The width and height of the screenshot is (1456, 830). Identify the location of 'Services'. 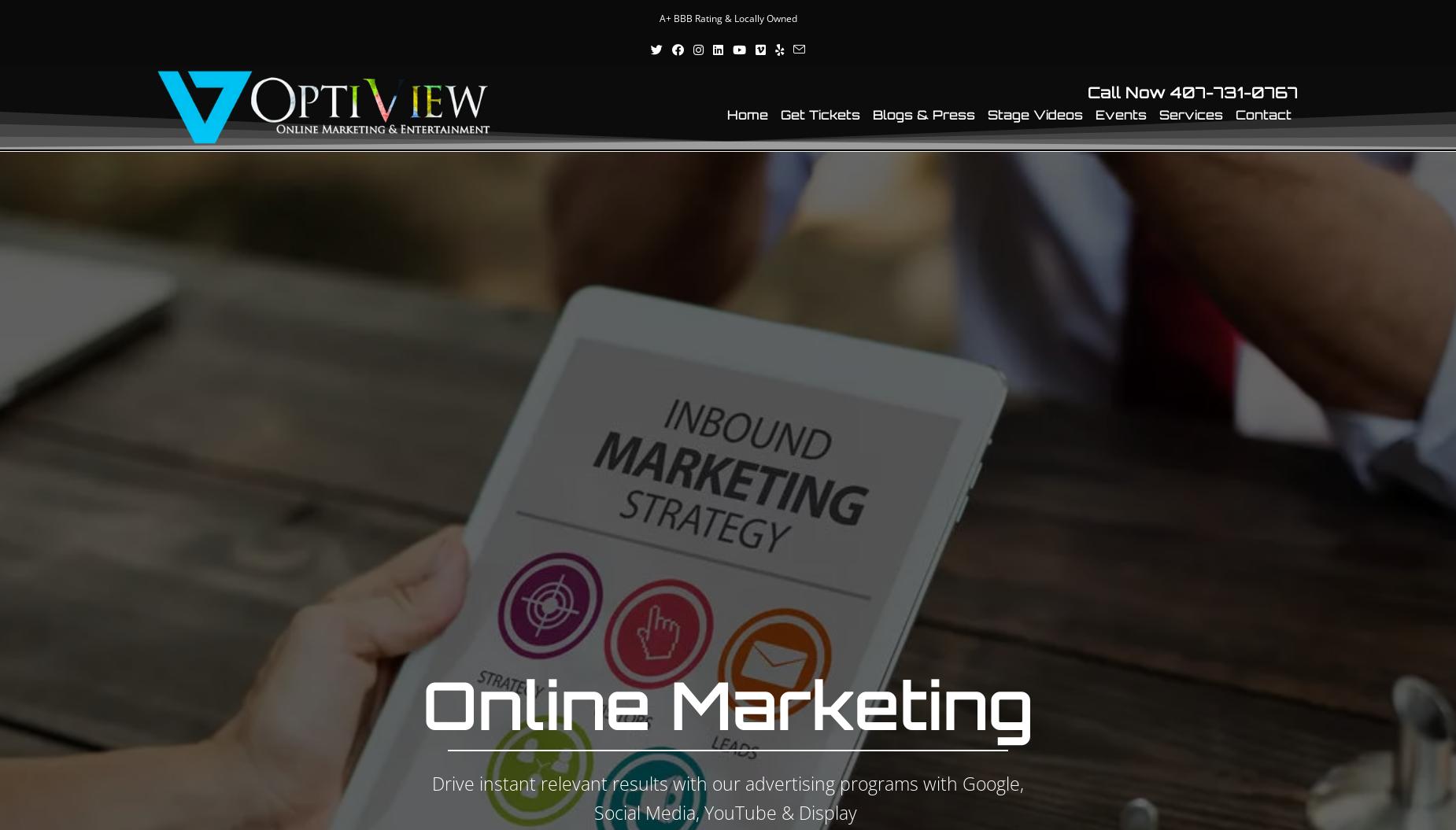
(1191, 115).